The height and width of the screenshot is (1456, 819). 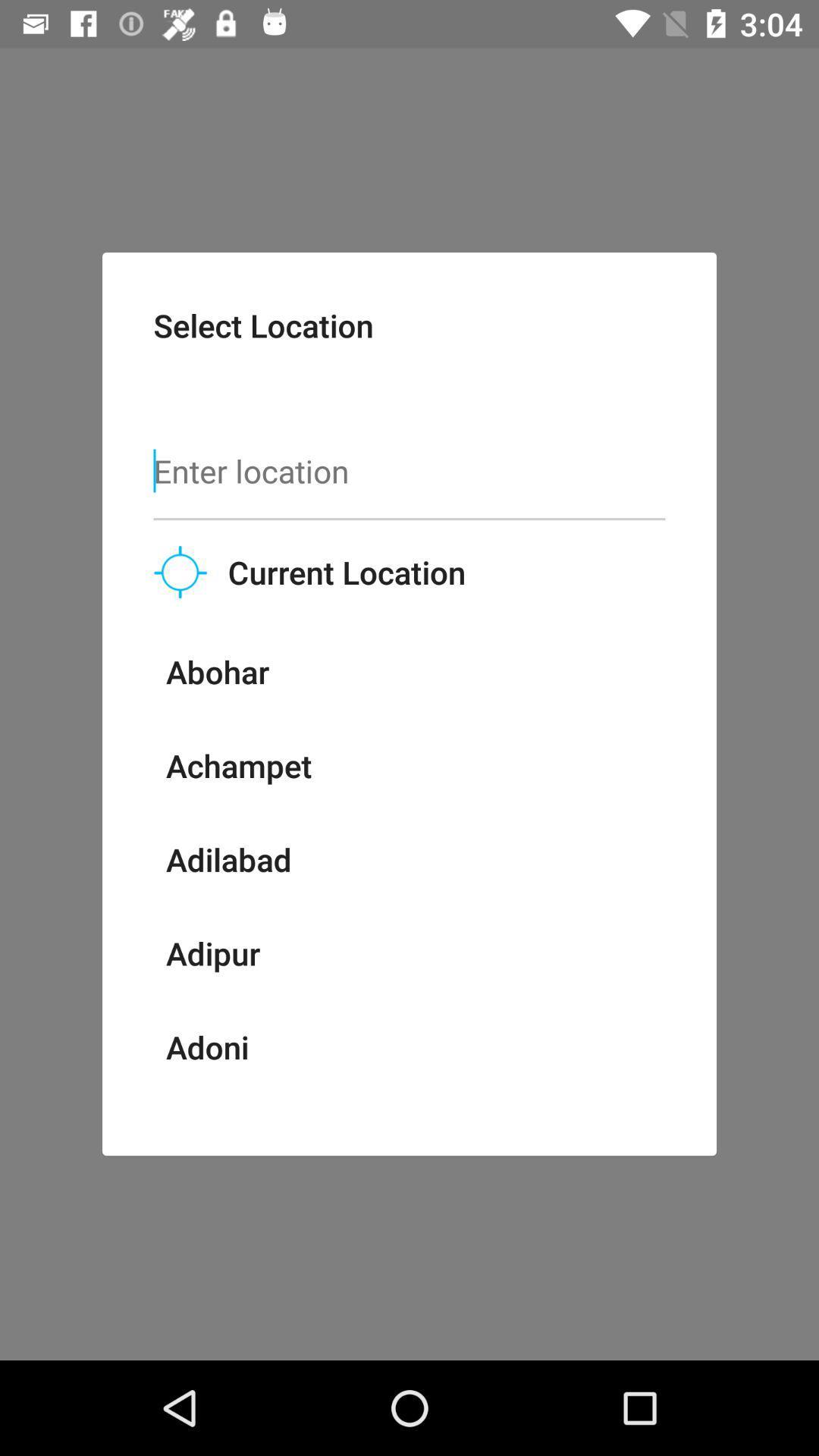 What do you see at coordinates (180, 571) in the screenshot?
I see `the item to the left of current location` at bounding box center [180, 571].